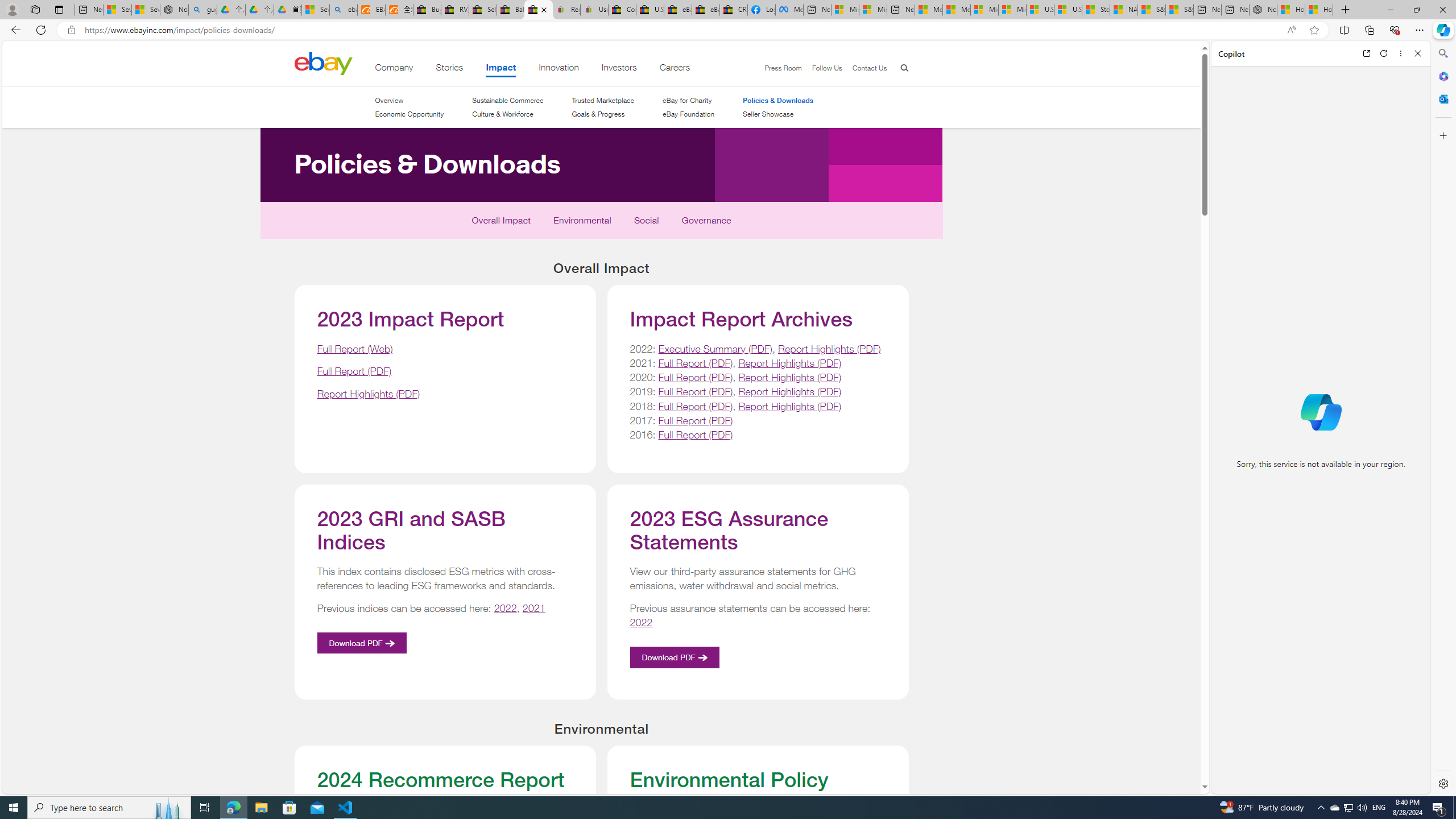 This screenshot has height=819, width=1456. Describe the element at coordinates (500, 69) in the screenshot. I see `'Impact'` at that location.